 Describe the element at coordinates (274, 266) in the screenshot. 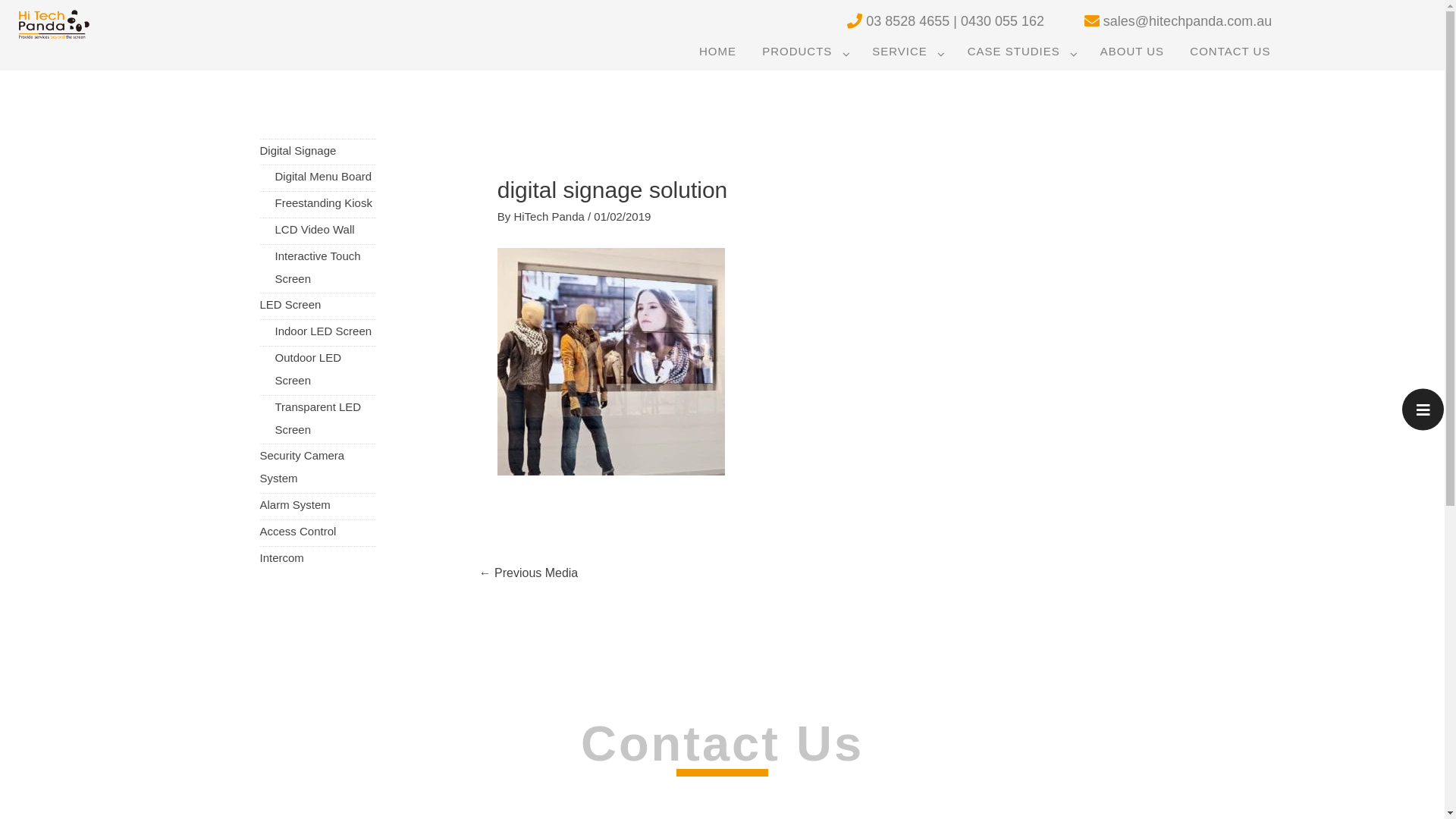

I see `'Interactive Touch Screen'` at that location.